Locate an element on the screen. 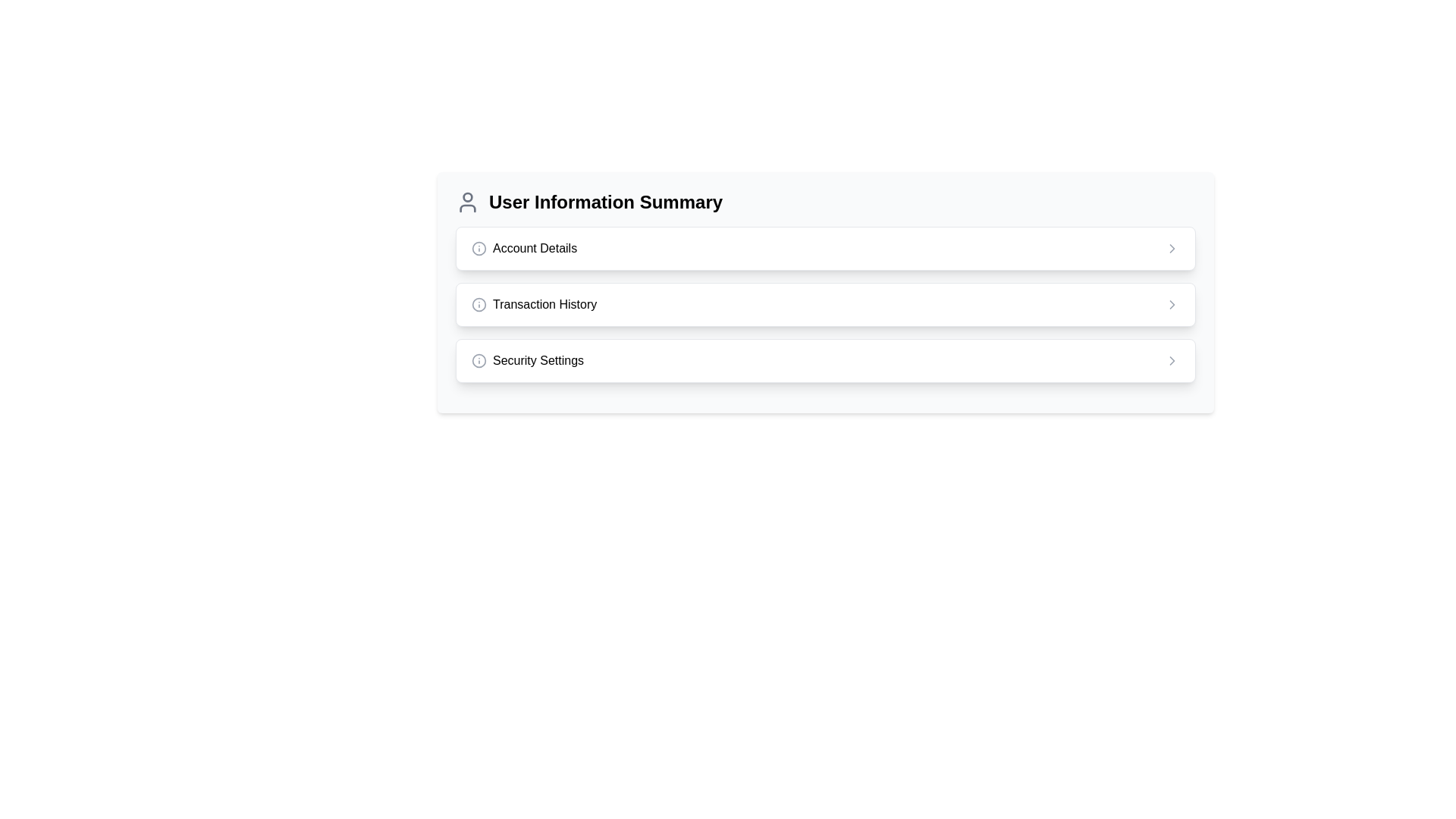 This screenshot has width=1456, height=819. the navigation indicator icon located in the third row from the top, adjacent to 'Security Settings', on the right-hand side is located at coordinates (1171, 360).